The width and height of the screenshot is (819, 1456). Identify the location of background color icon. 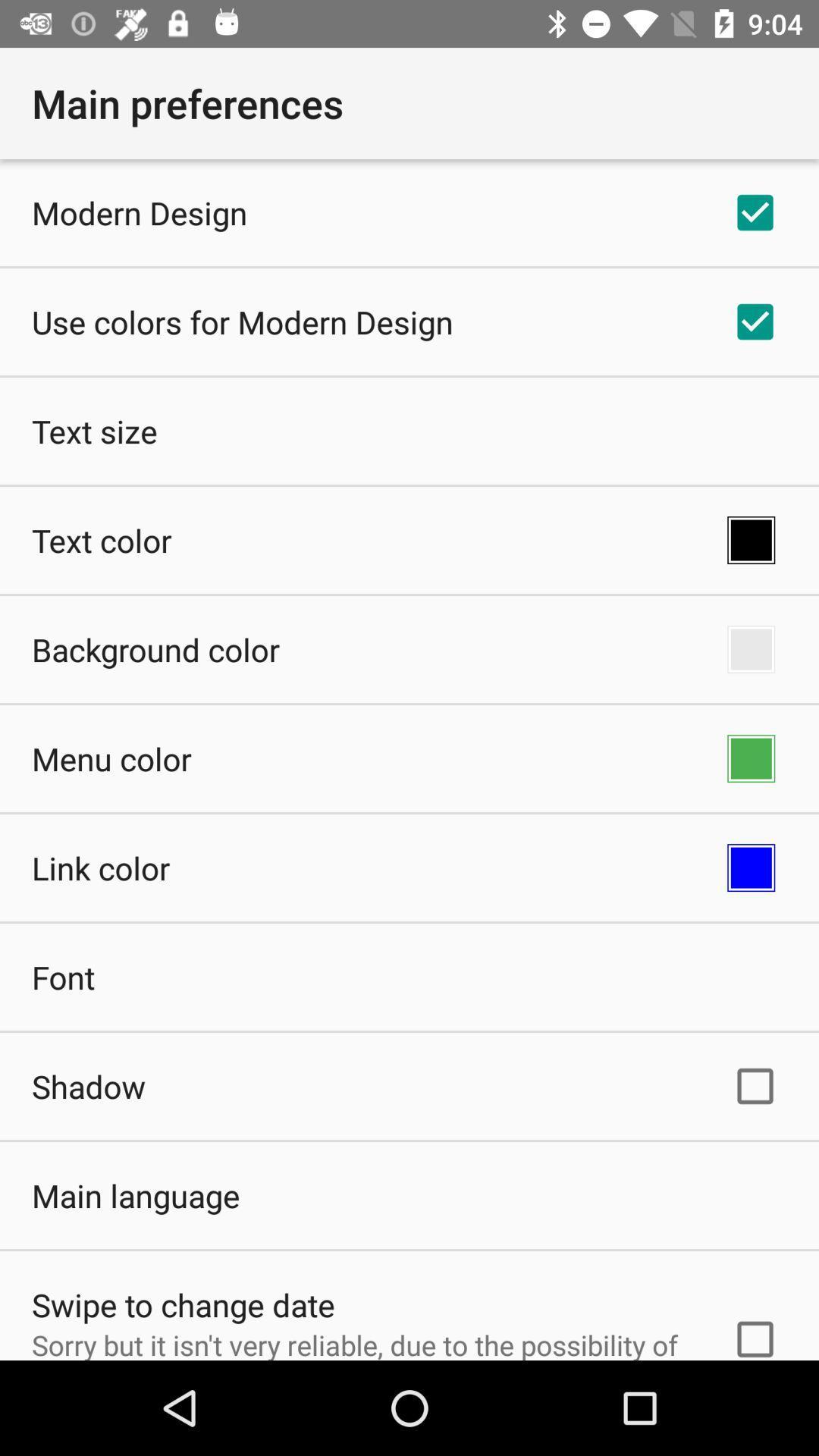
(155, 649).